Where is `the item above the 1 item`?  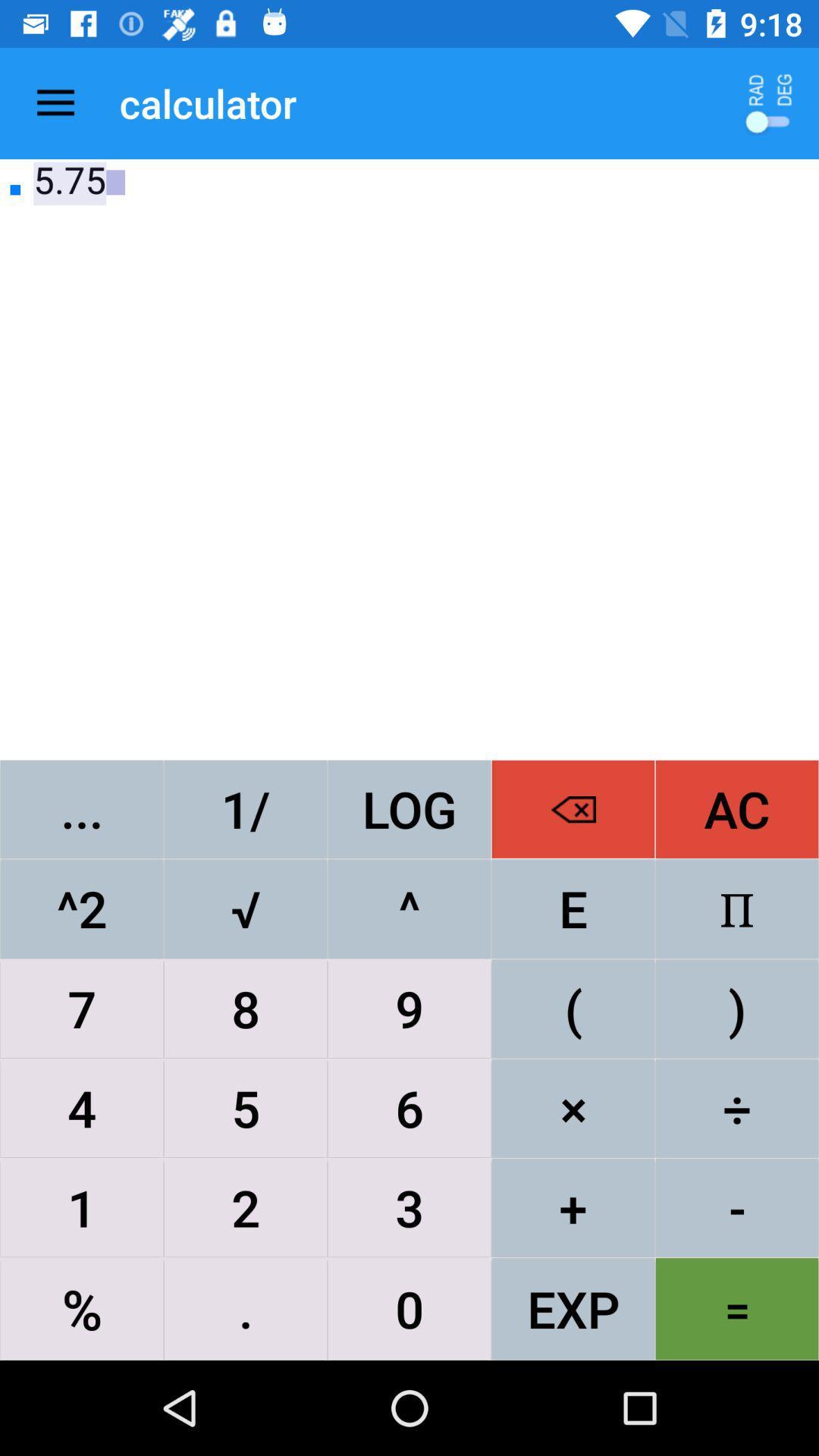 the item above the 1 item is located at coordinates (82, 1108).